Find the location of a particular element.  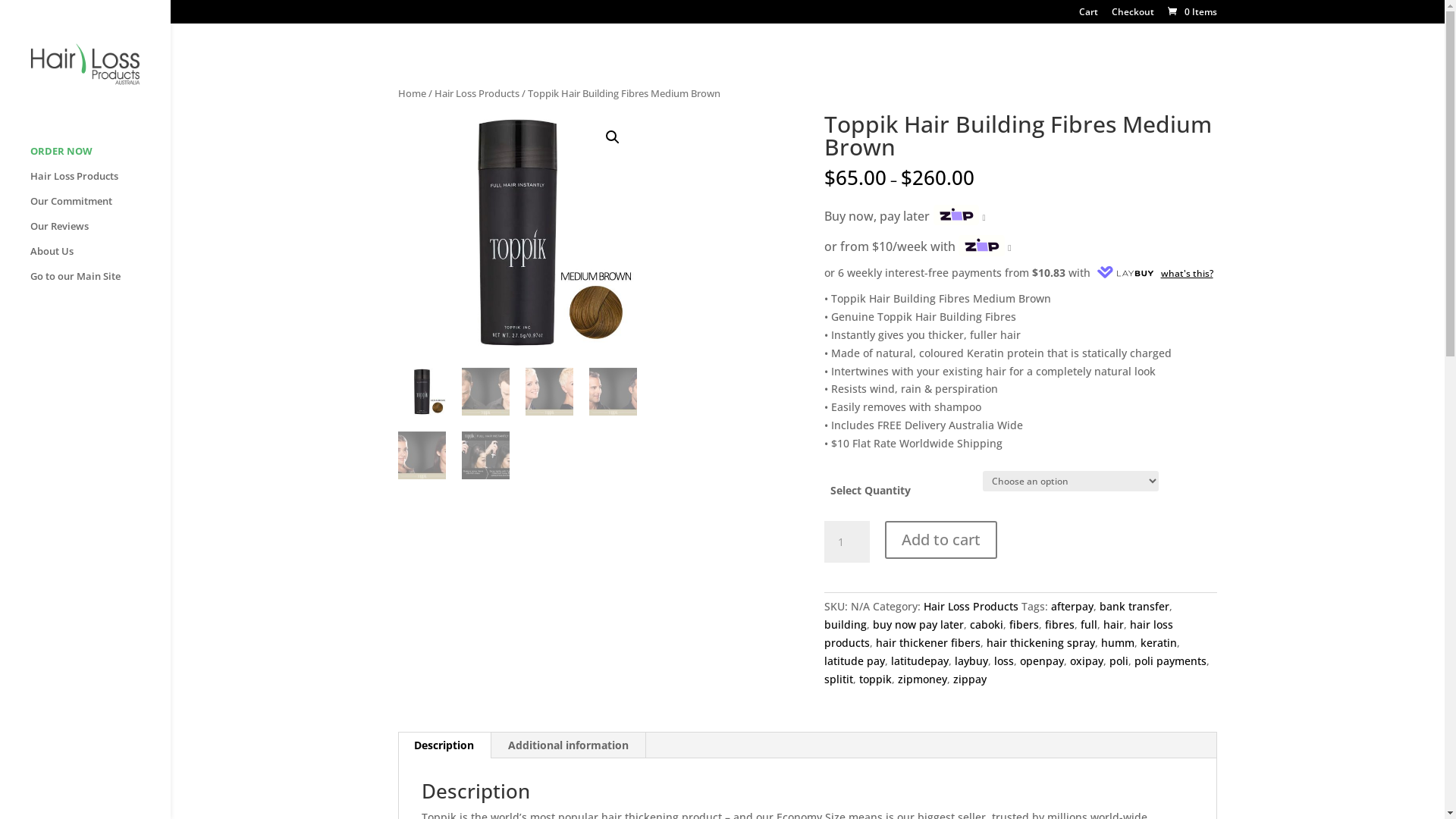

'Add to cart' is located at coordinates (940, 539).